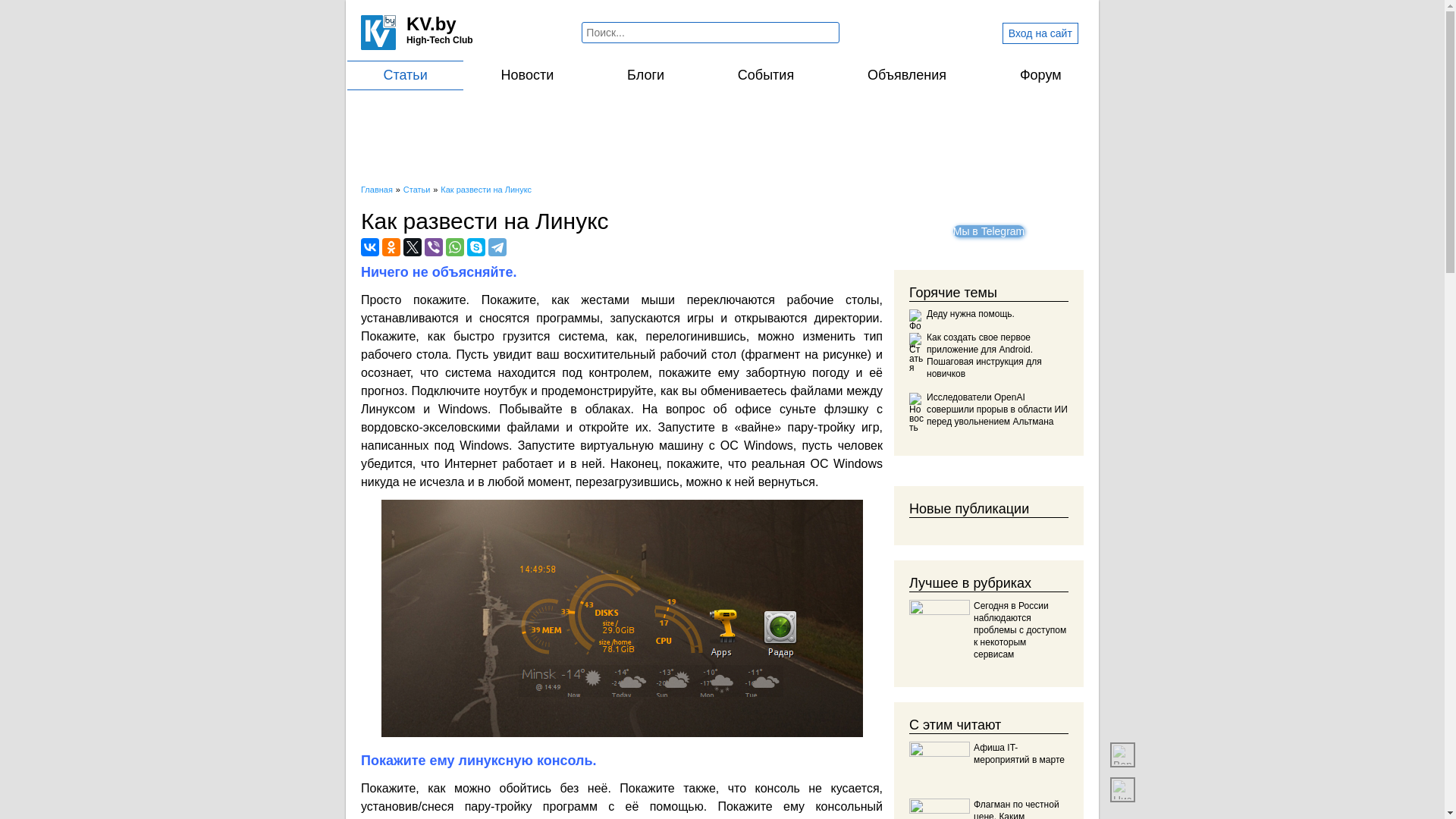 The height and width of the screenshot is (819, 1456). Describe the element at coordinates (454, 246) in the screenshot. I see `'WhatsApp'` at that location.